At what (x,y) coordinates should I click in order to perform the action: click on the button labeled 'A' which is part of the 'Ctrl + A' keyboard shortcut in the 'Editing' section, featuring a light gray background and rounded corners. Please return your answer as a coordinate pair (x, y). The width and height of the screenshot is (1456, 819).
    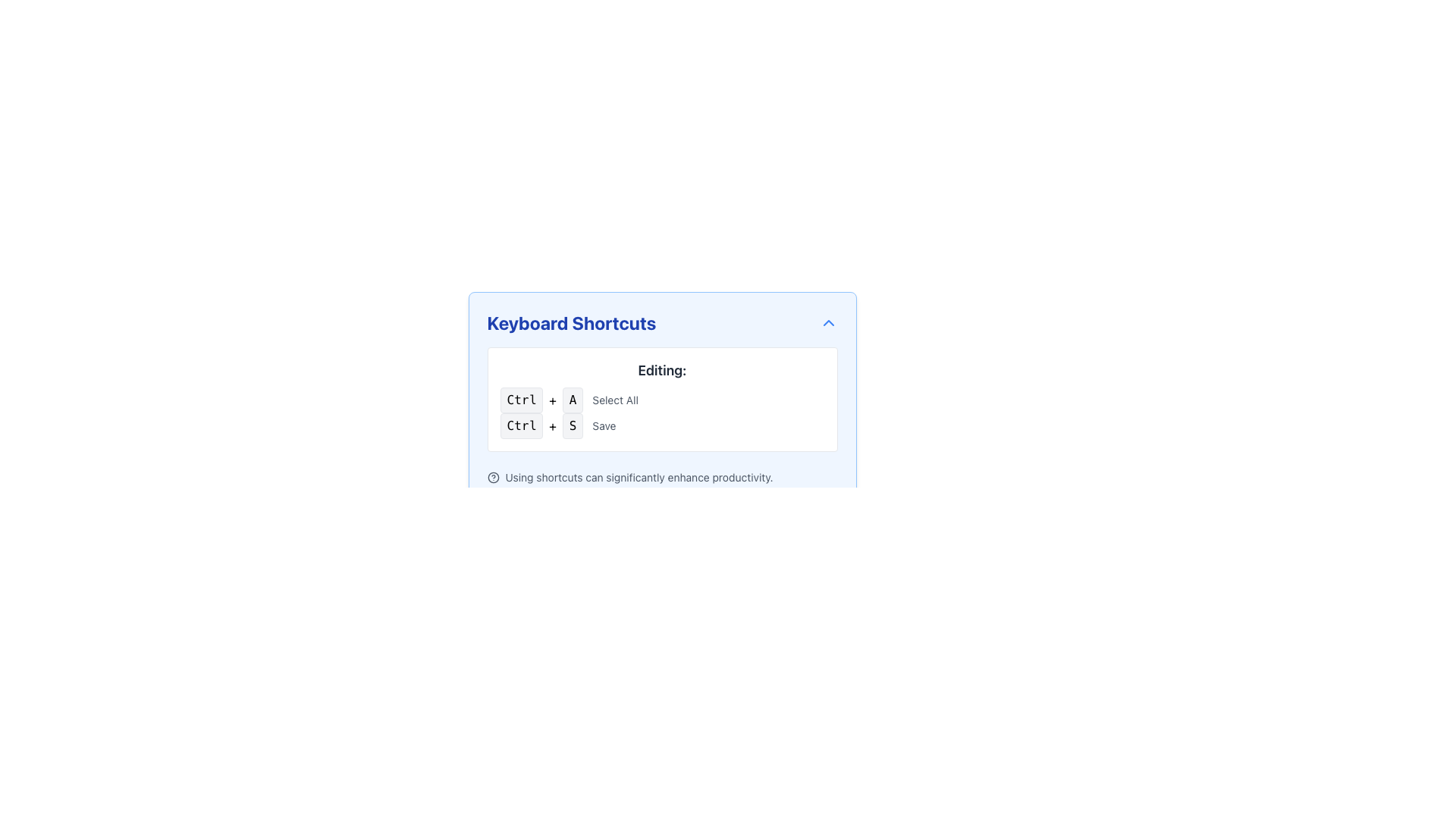
    Looking at the image, I should click on (572, 400).